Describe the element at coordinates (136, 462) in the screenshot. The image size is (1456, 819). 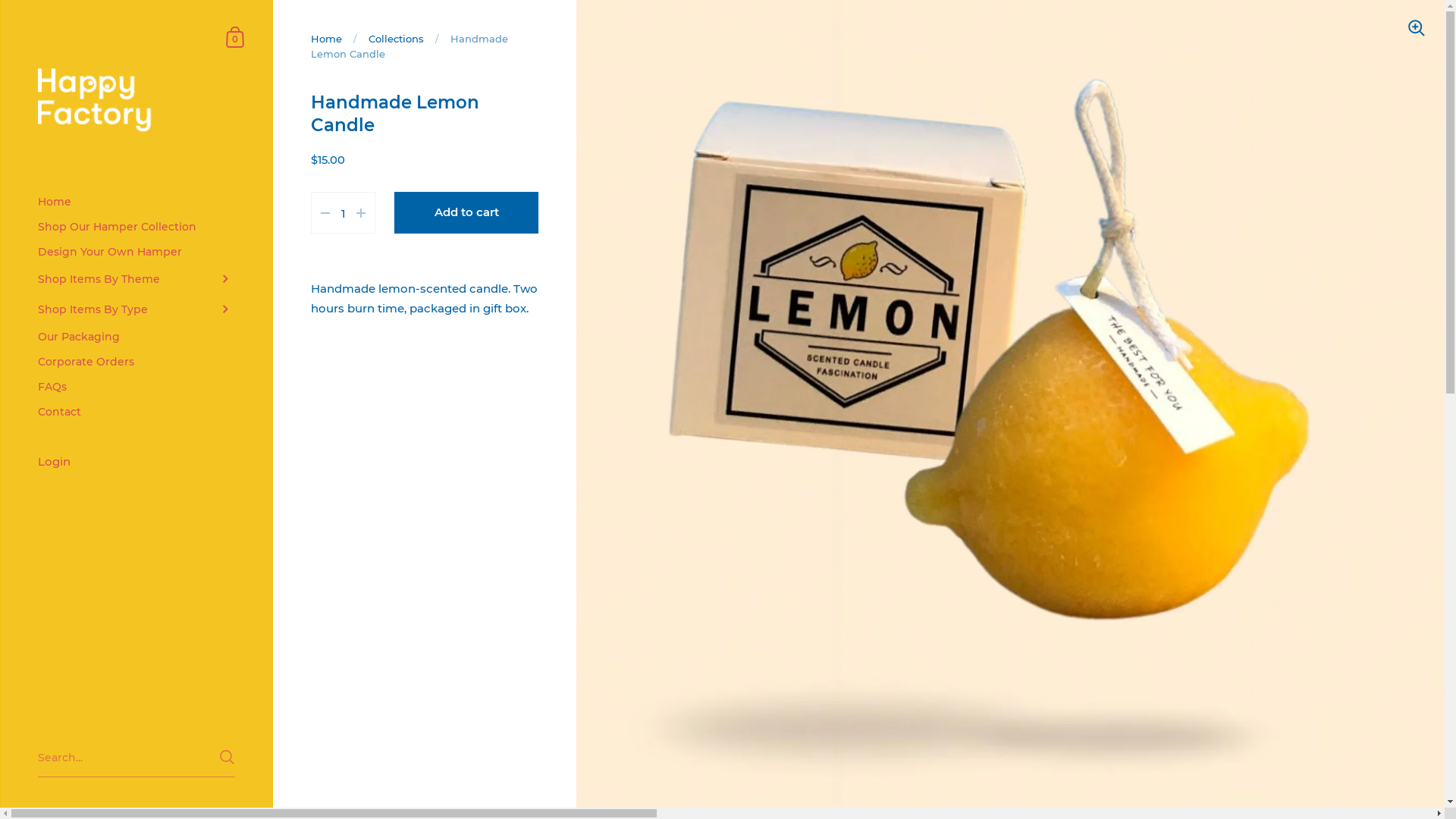
I see `'Login'` at that location.